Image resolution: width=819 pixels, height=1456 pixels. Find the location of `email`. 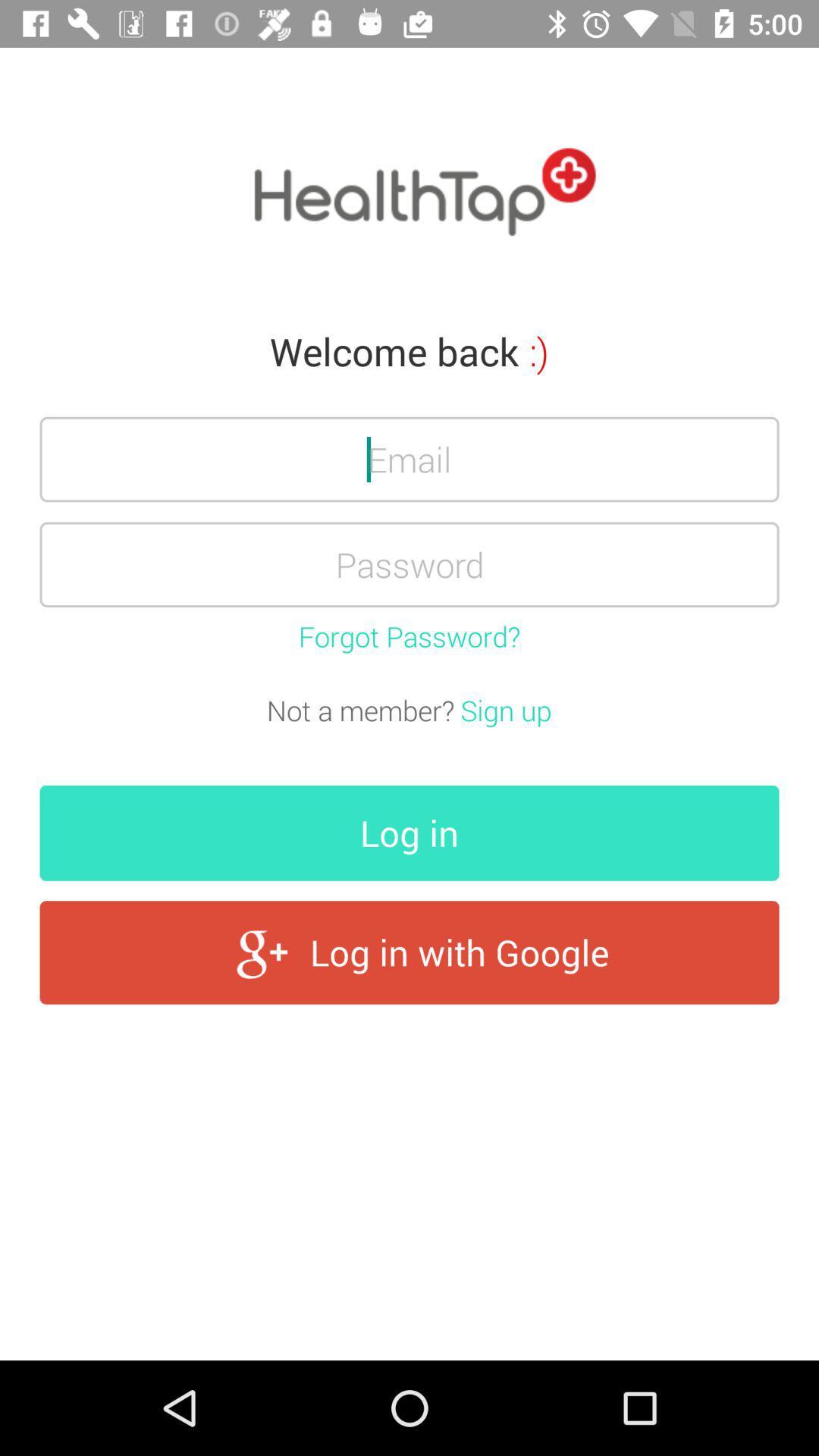

email is located at coordinates (409, 458).